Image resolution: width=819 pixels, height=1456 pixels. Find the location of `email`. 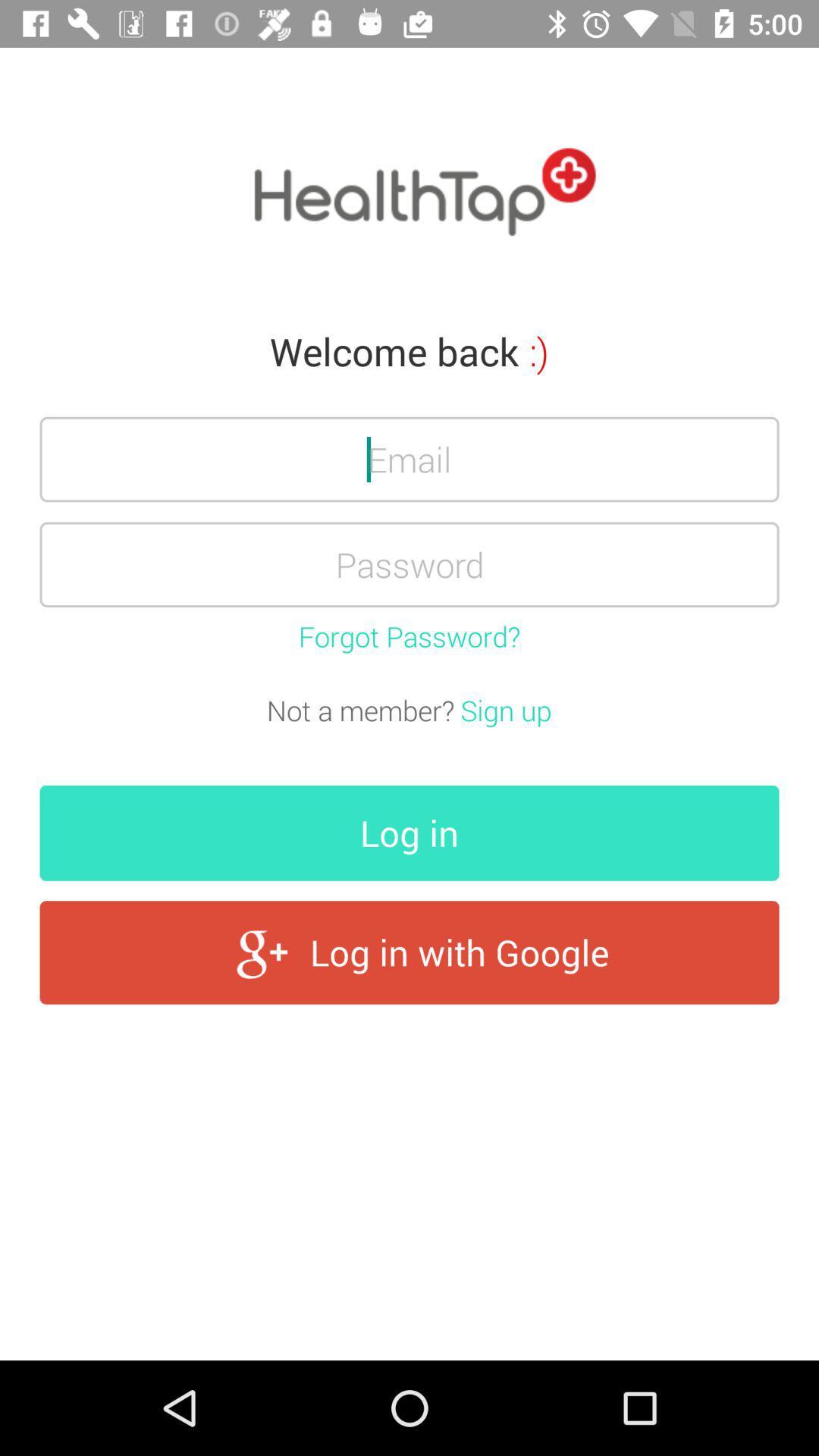

email is located at coordinates (409, 458).